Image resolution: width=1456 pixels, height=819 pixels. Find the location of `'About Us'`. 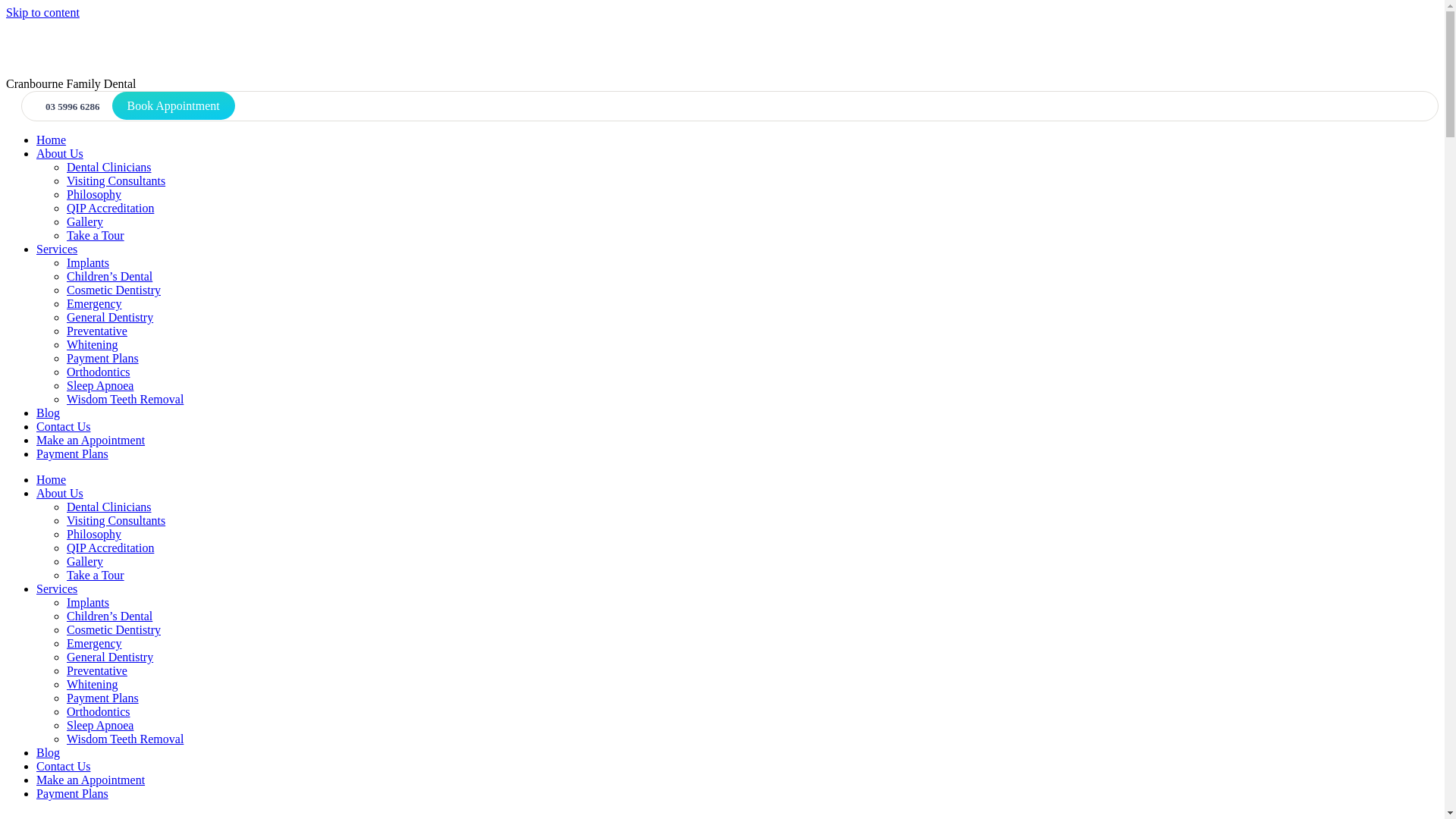

'About Us' is located at coordinates (59, 153).